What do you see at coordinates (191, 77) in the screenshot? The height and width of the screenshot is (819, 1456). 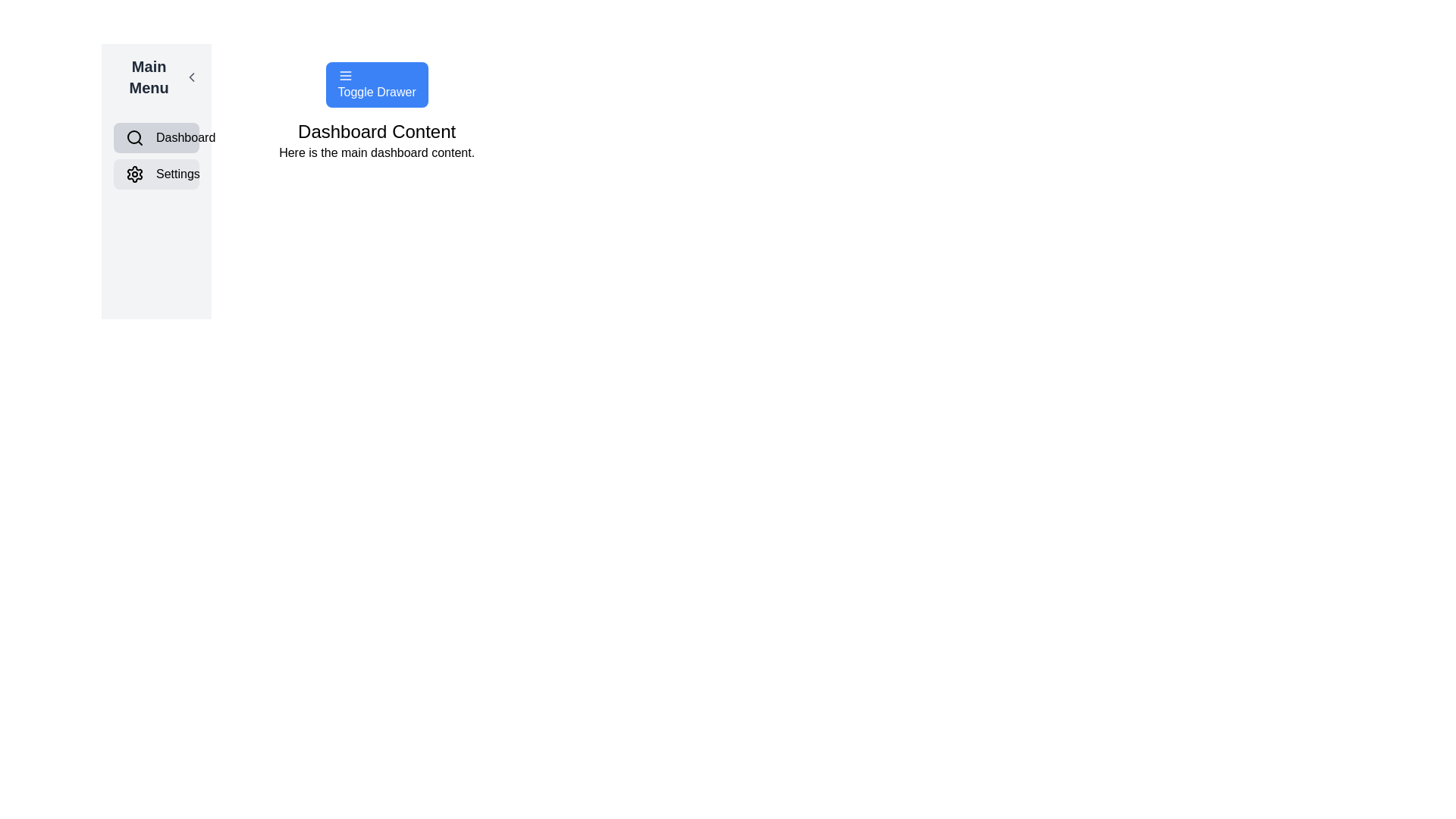 I see `the small leftward-pointing arrow icon located to the right of the 'Main Menu' text in the top-right corner of the left vertical navigation panel` at bounding box center [191, 77].